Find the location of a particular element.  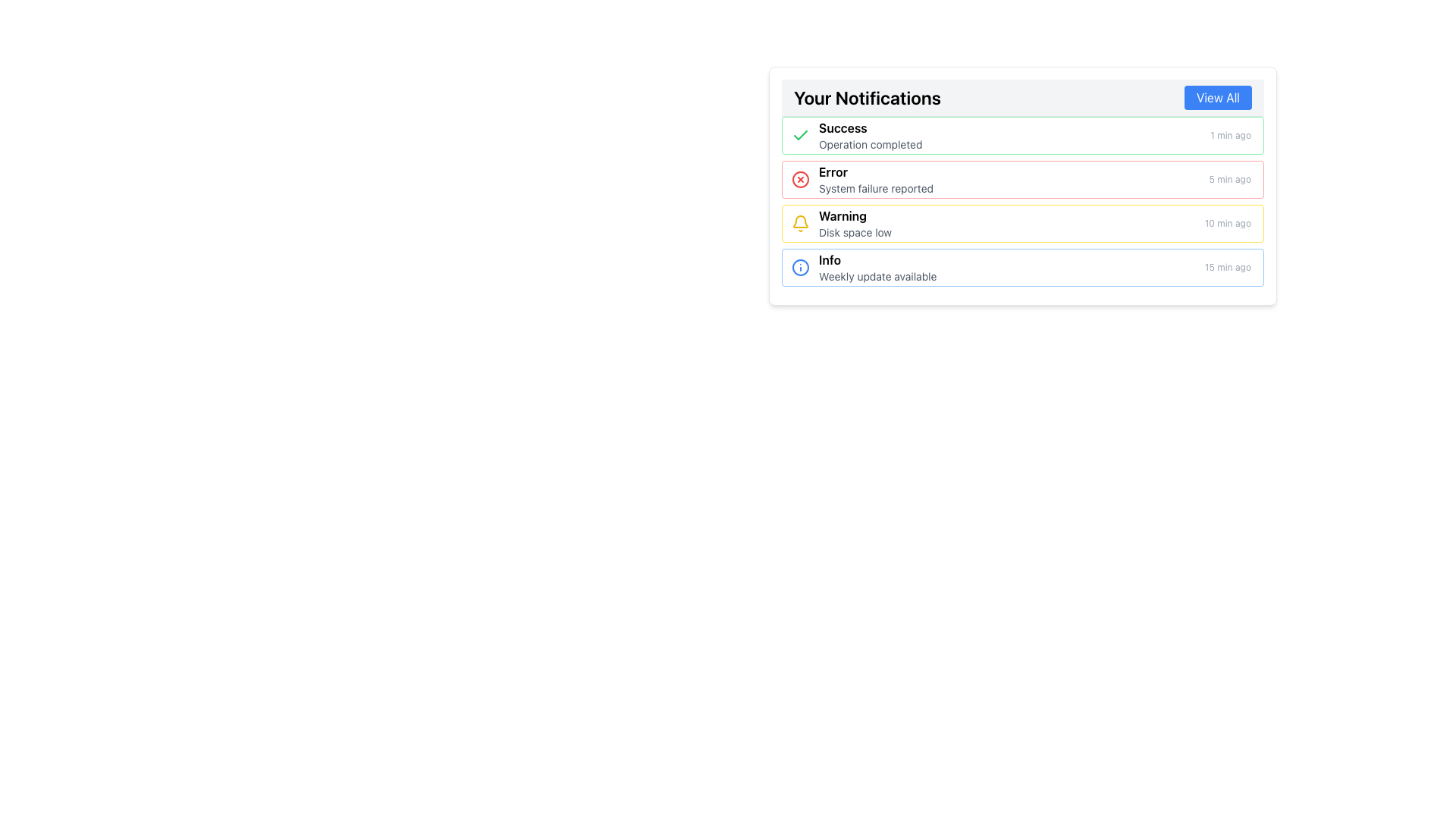

the interactive elements within the Notification banner that contains the title 'Info', the message 'Weekly update available', and the timestamp '15 min ago' is located at coordinates (1022, 267).